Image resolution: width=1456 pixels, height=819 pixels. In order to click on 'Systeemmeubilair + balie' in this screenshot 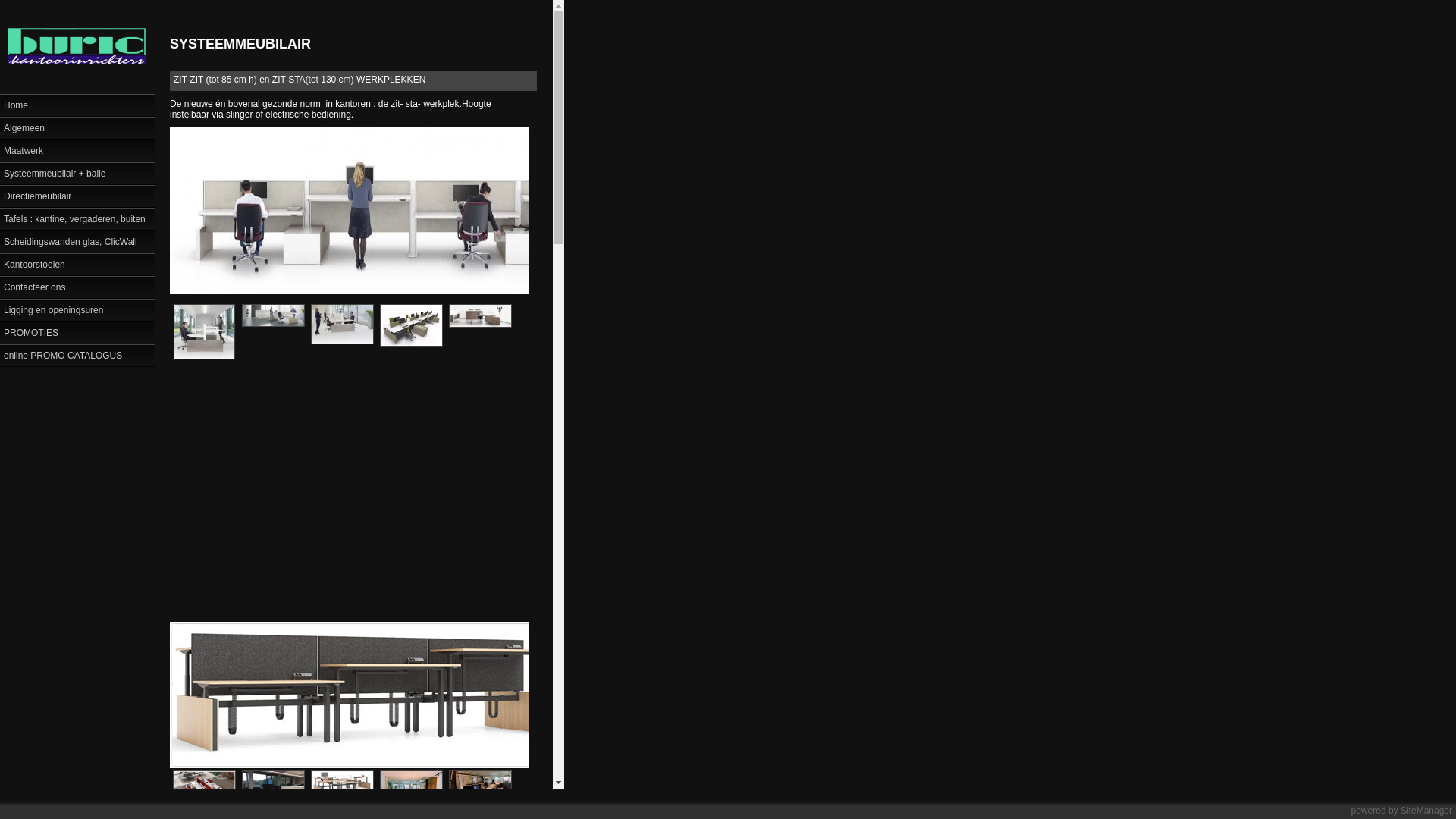, I will do `click(76, 171)`.